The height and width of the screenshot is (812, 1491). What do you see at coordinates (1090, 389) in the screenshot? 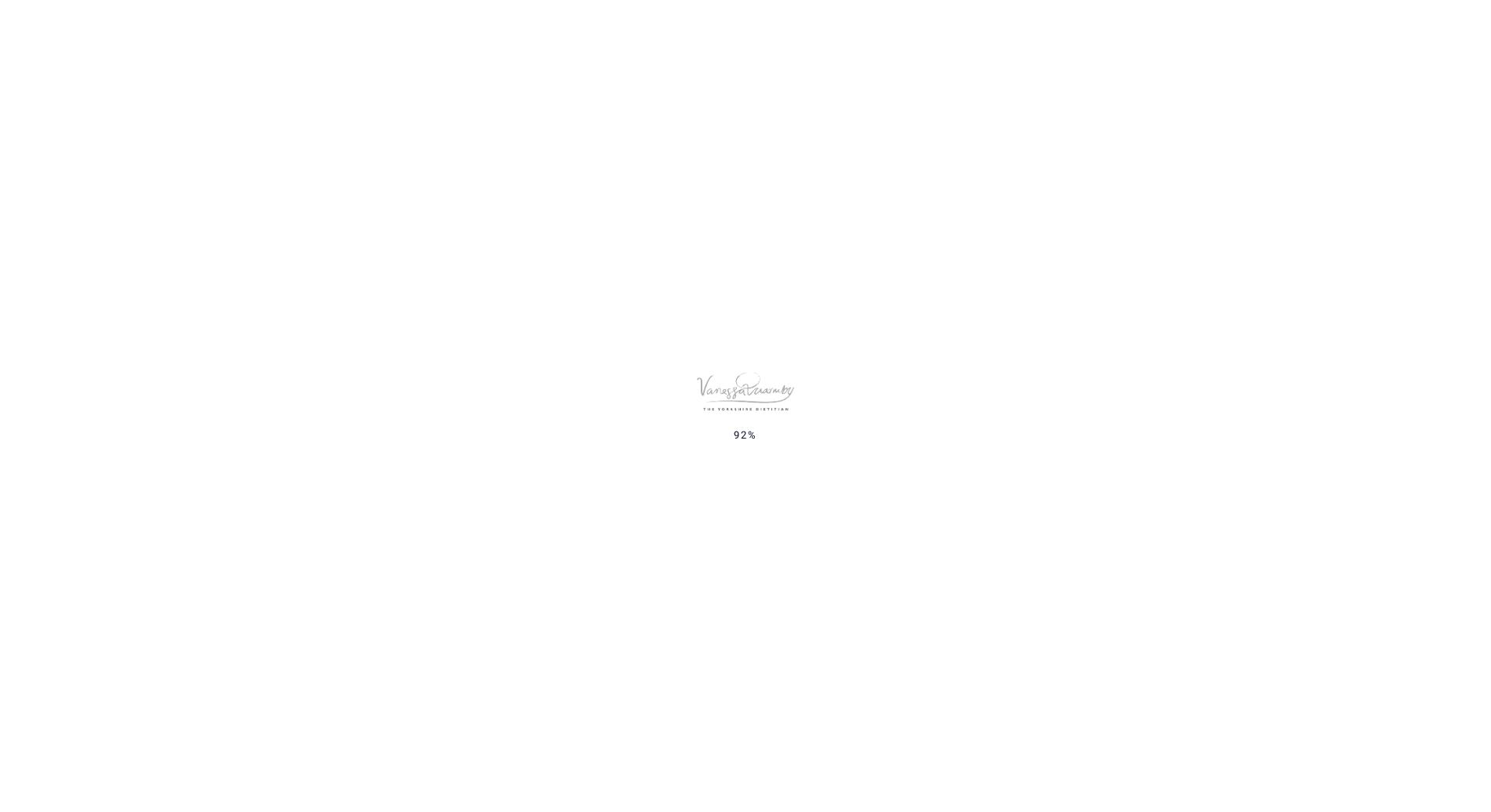
I see `'Vitamin D – Are You Getting Enough?'` at bounding box center [1090, 389].